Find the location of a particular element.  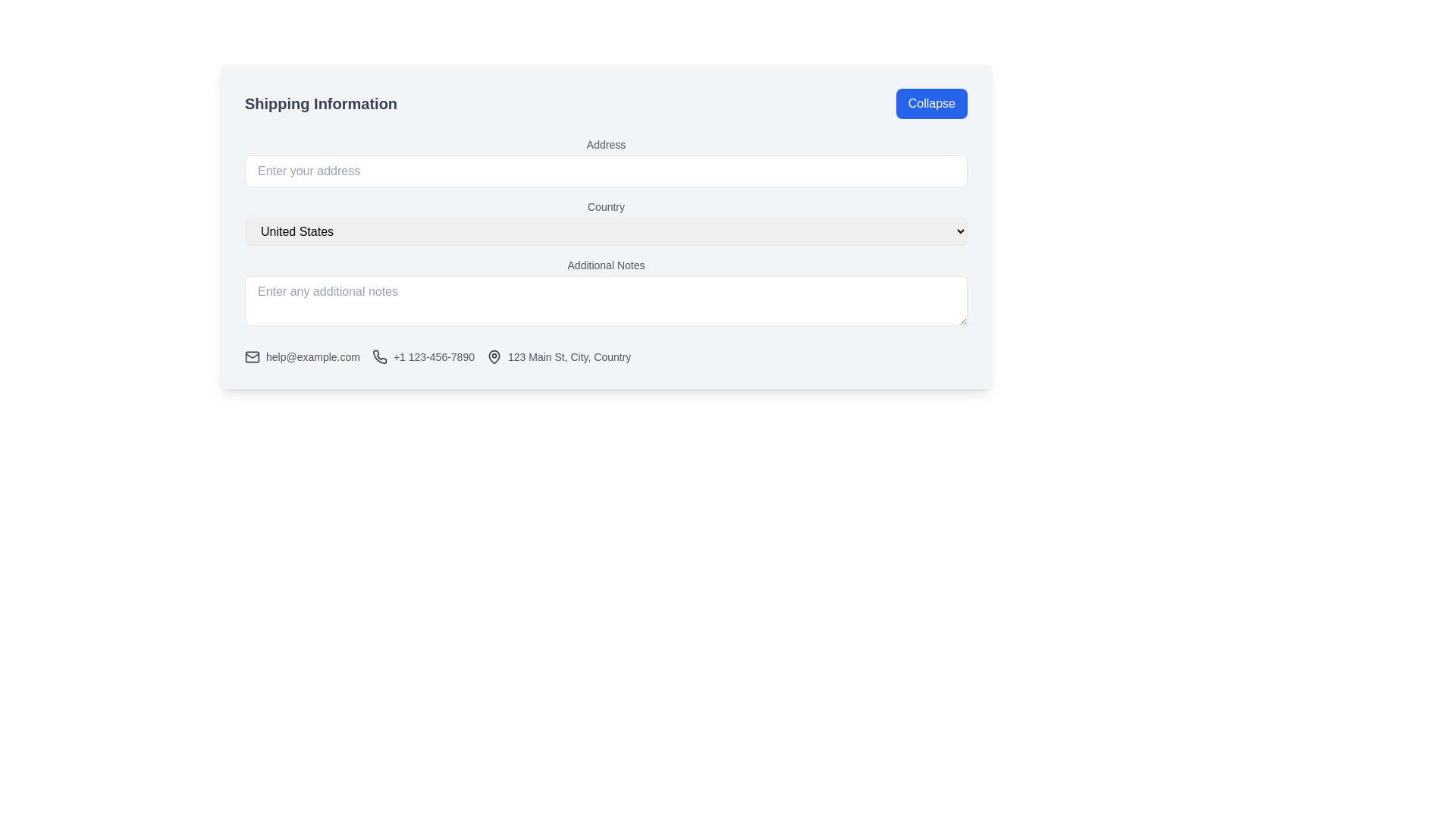

the dropdown menu for country selection located below the 'Address' input box and above the 'Additional Notes' input area is located at coordinates (605, 222).